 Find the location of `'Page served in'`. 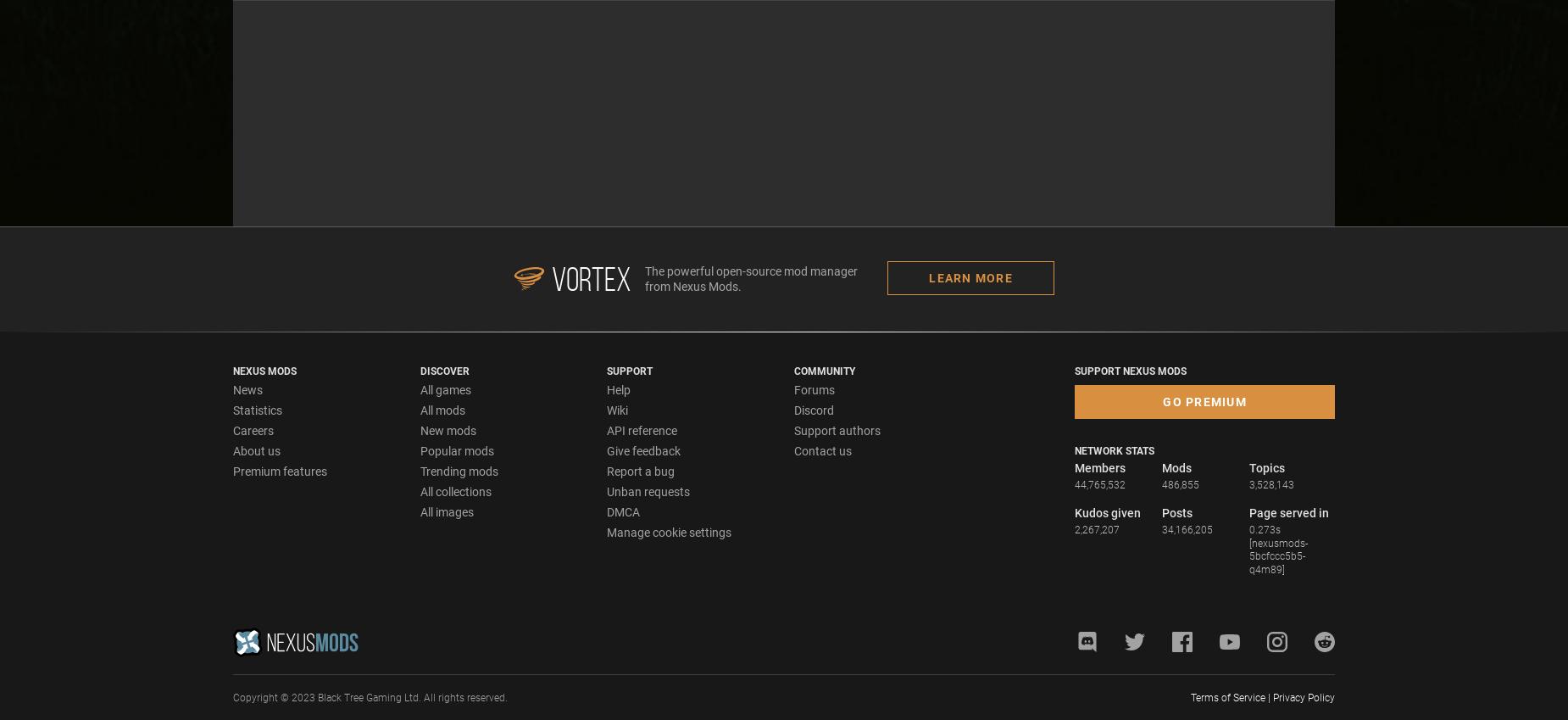

'Page served in' is located at coordinates (1289, 511).